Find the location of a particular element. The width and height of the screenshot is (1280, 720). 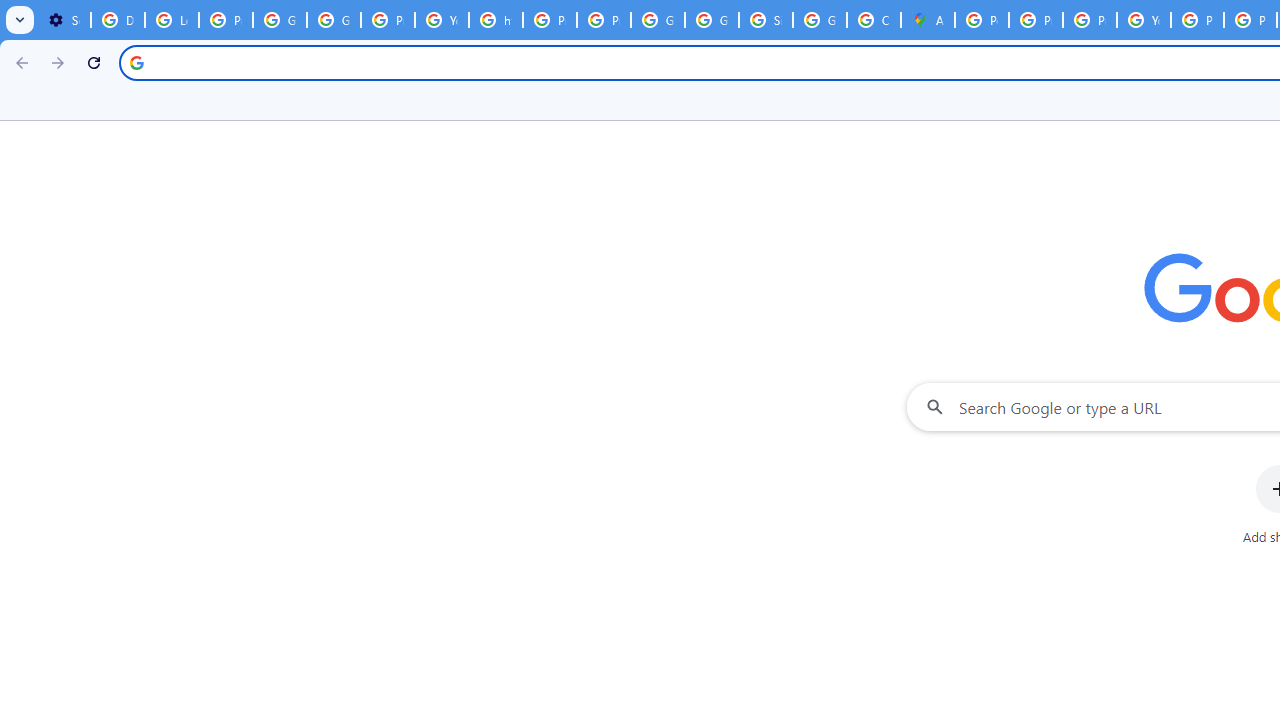

'Sign in - Google Accounts' is located at coordinates (765, 20).